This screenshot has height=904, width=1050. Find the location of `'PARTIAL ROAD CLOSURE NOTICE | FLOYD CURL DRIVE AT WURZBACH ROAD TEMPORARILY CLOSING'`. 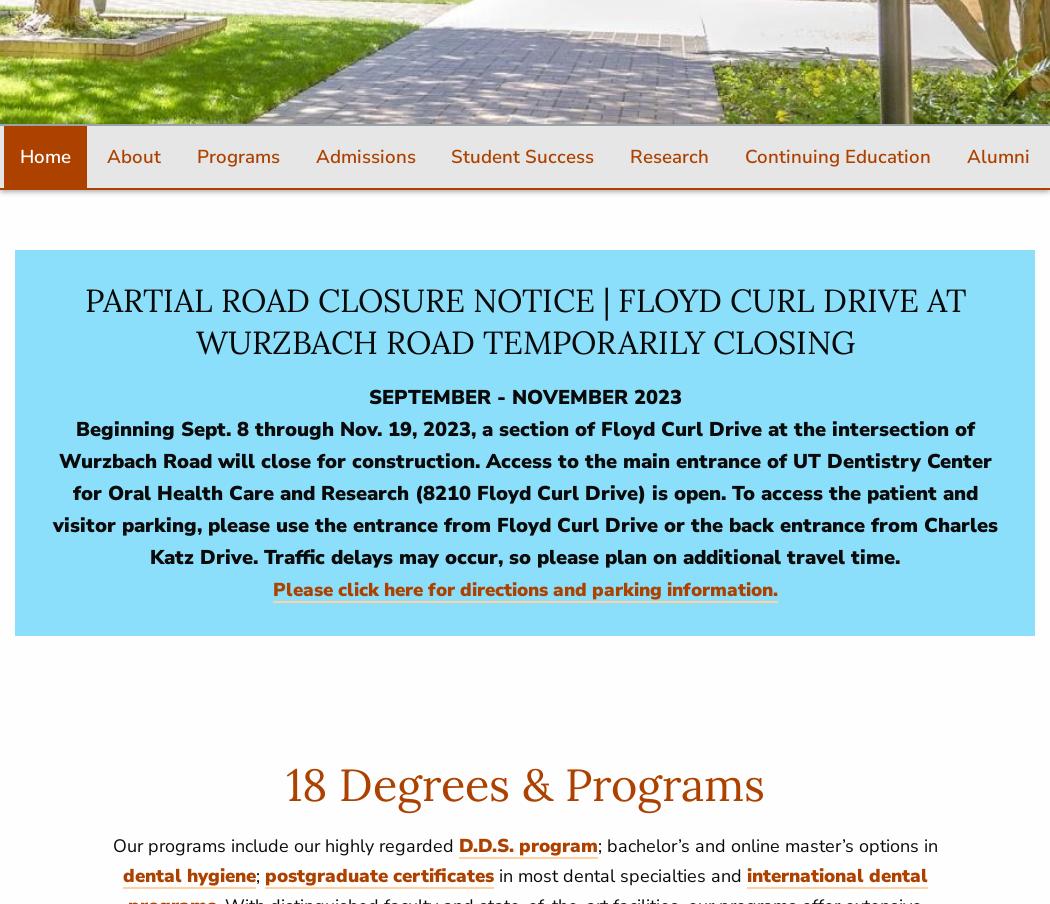

'PARTIAL ROAD CLOSURE NOTICE | FLOYD CURL DRIVE AT WURZBACH ROAD TEMPORARILY CLOSING' is located at coordinates (84, 321).